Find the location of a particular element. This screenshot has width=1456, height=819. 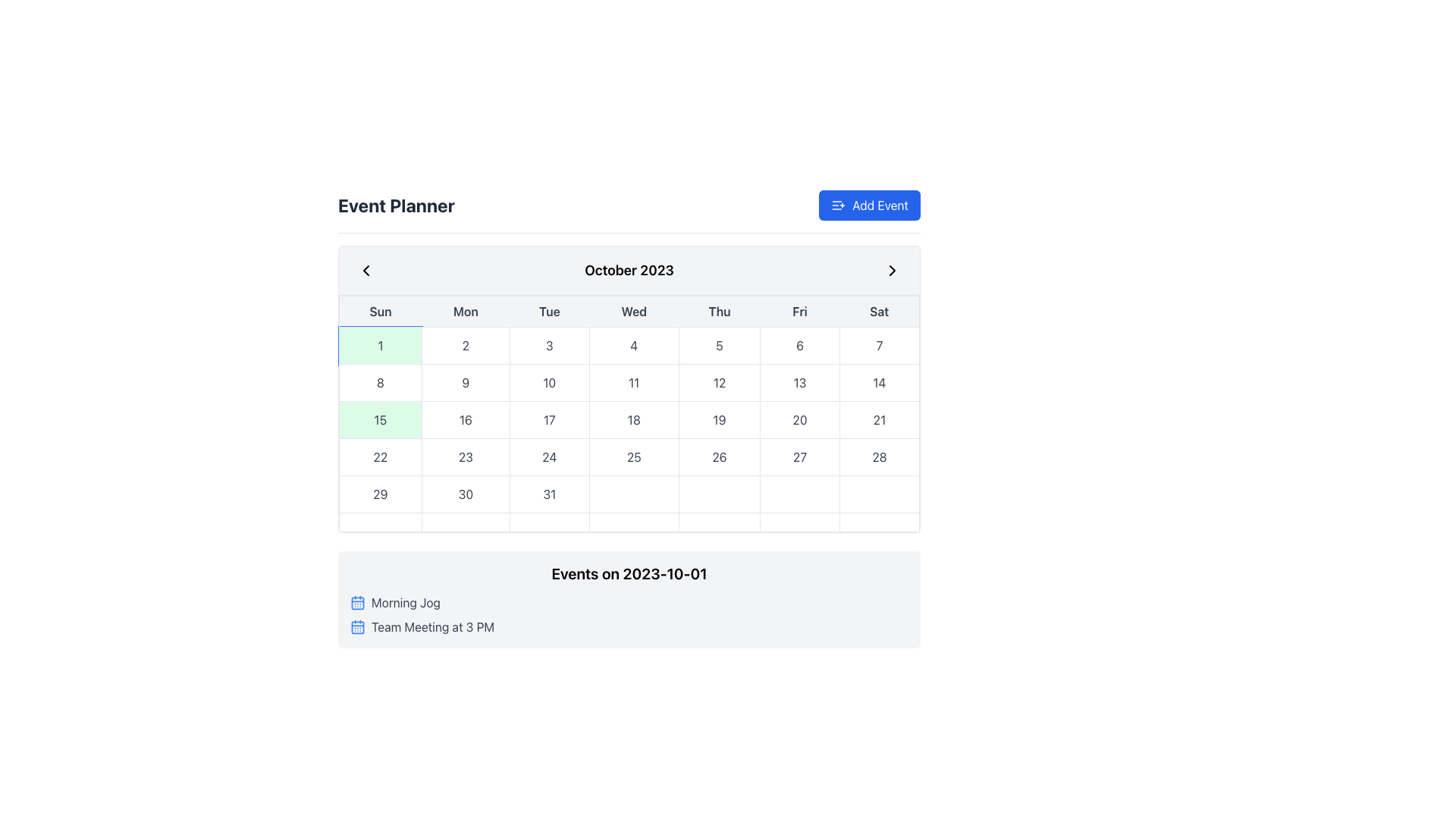

the day label indicating 'Thursday' in the calendar week display, which is the fifth item in the row of days is located at coordinates (719, 311).